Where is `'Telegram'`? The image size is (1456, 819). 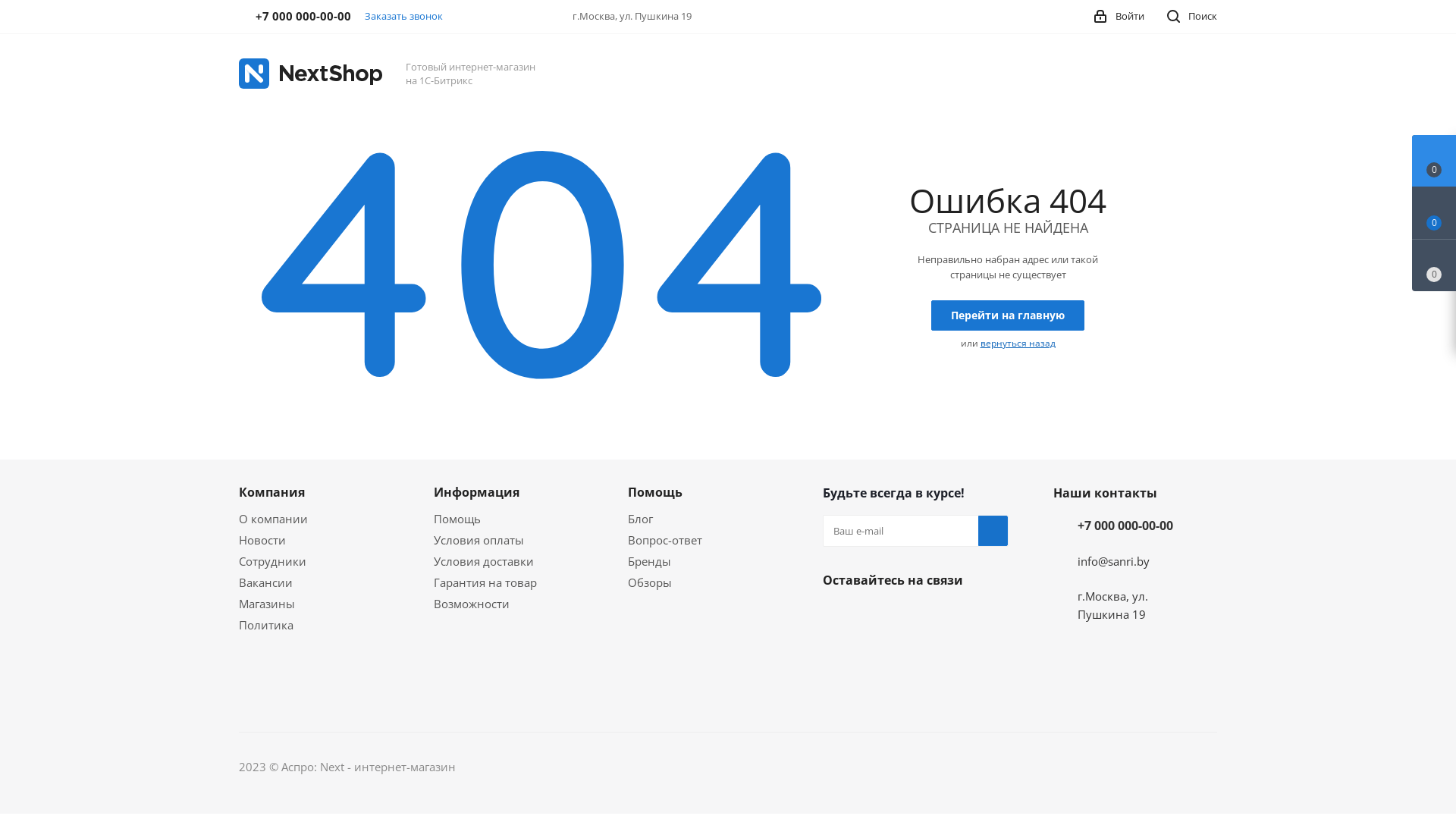
'Telegram' is located at coordinates (836, 652).